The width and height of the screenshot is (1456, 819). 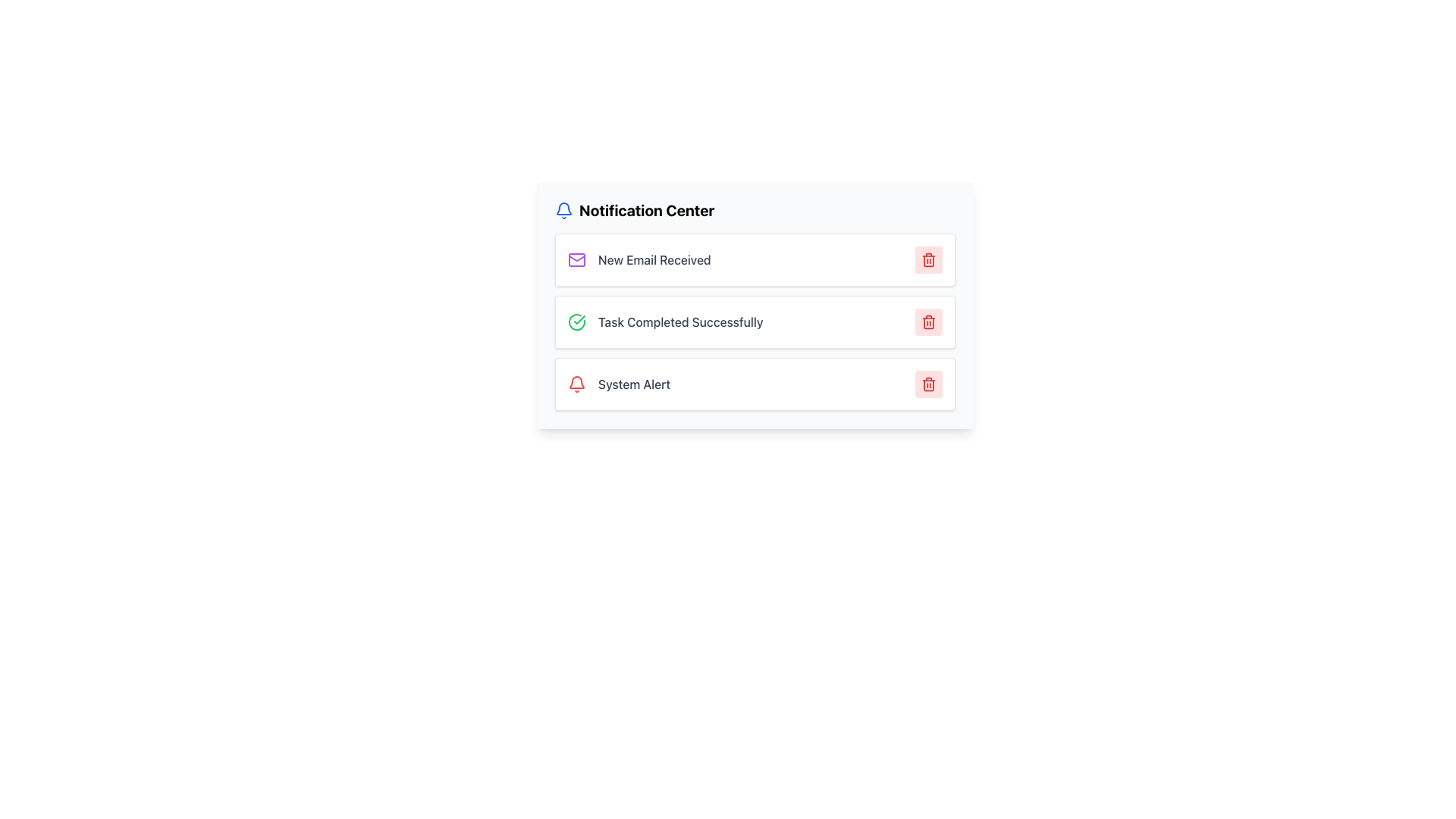 What do you see at coordinates (927, 383) in the screenshot?
I see `the delete icon button located at the right end of the third notification item` at bounding box center [927, 383].